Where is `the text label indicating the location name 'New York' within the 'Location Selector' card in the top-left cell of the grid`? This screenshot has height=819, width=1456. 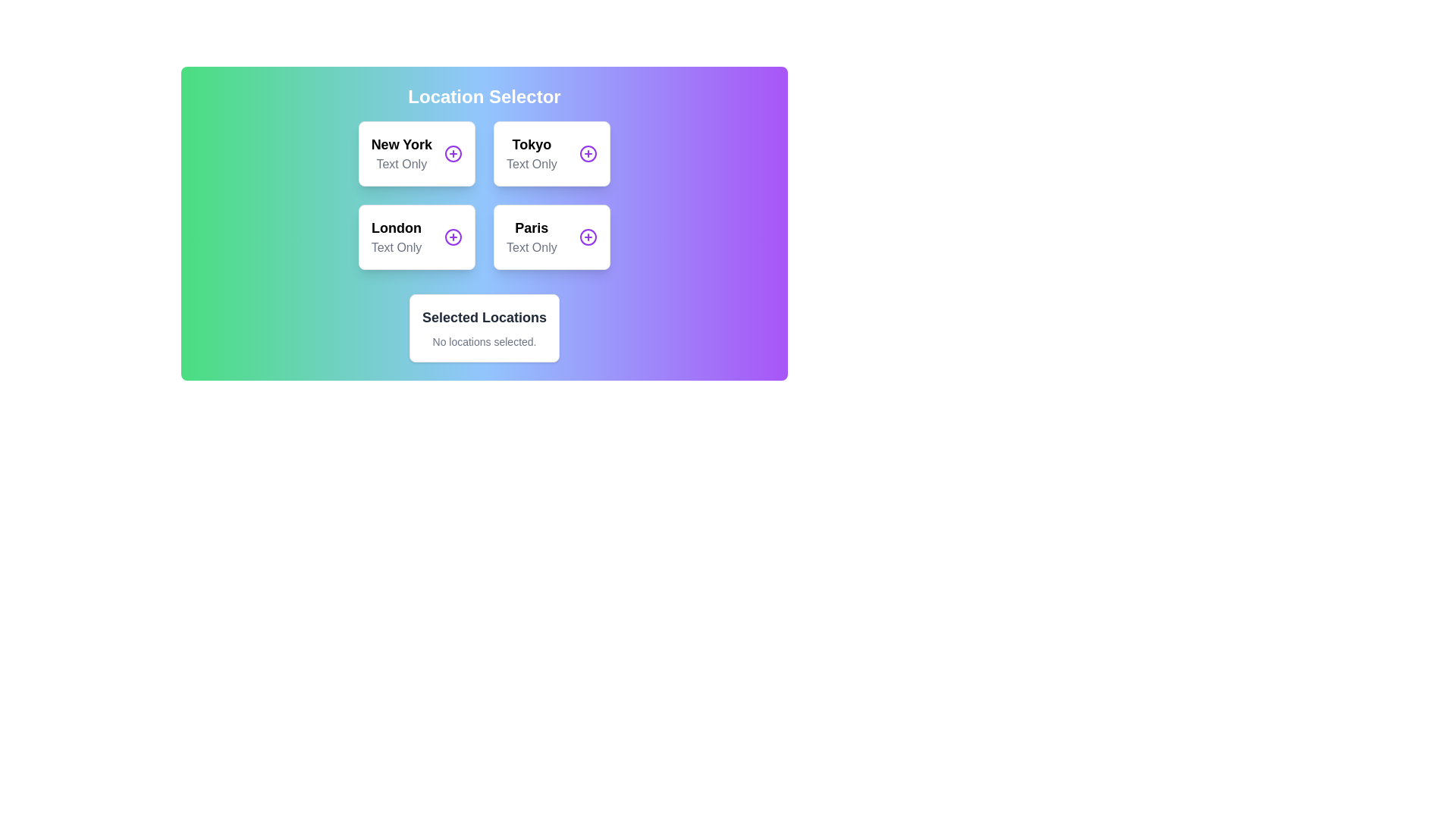
the text label indicating the location name 'New York' within the 'Location Selector' card in the top-left cell of the grid is located at coordinates (401, 145).